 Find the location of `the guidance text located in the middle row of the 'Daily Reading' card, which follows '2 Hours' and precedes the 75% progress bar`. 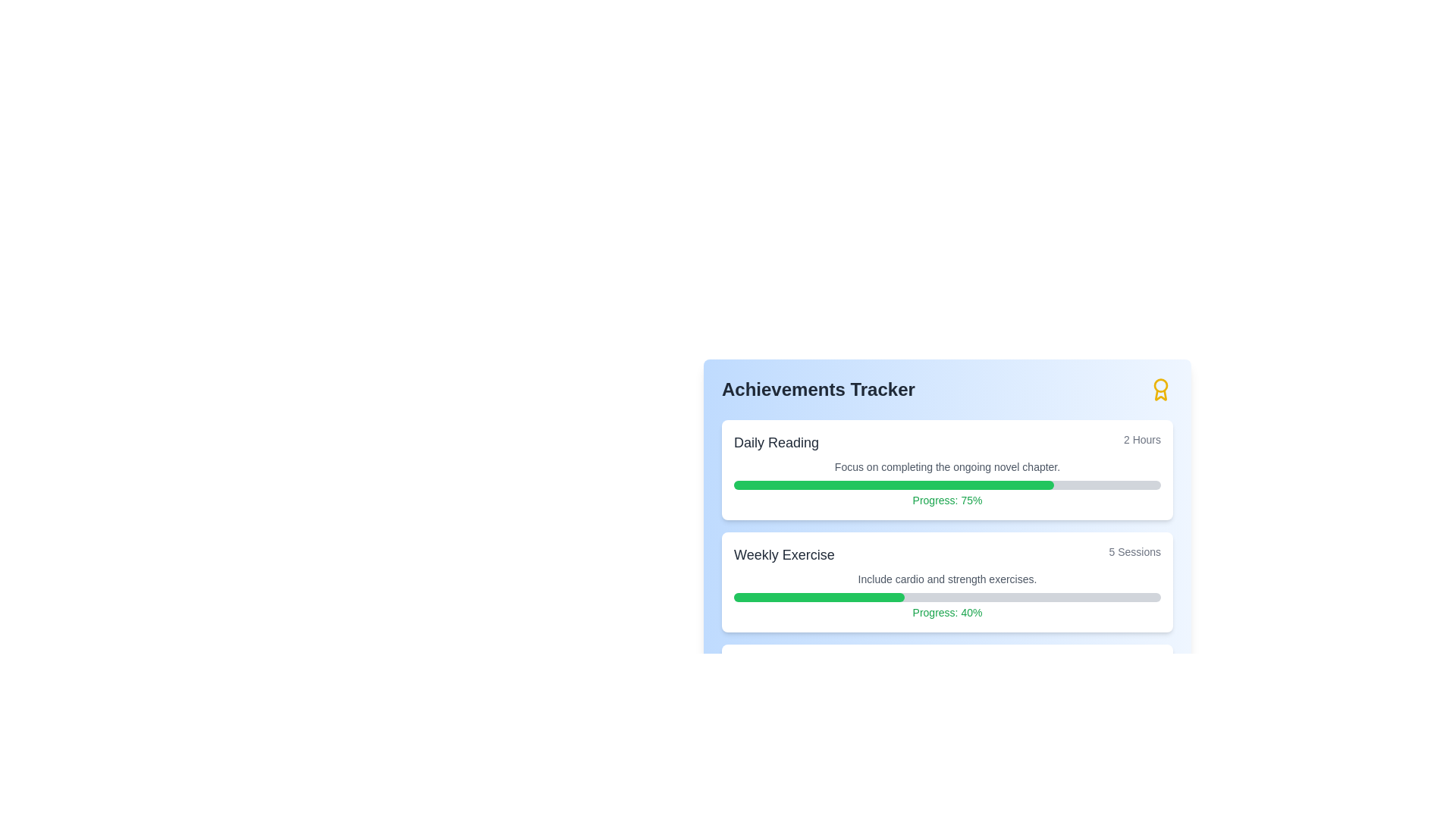

the guidance text located in the middle row of the 'Daily Reading' card, which follows '2 Hours' and precedes the 75% progress bar is located at coordinates (946, 466).